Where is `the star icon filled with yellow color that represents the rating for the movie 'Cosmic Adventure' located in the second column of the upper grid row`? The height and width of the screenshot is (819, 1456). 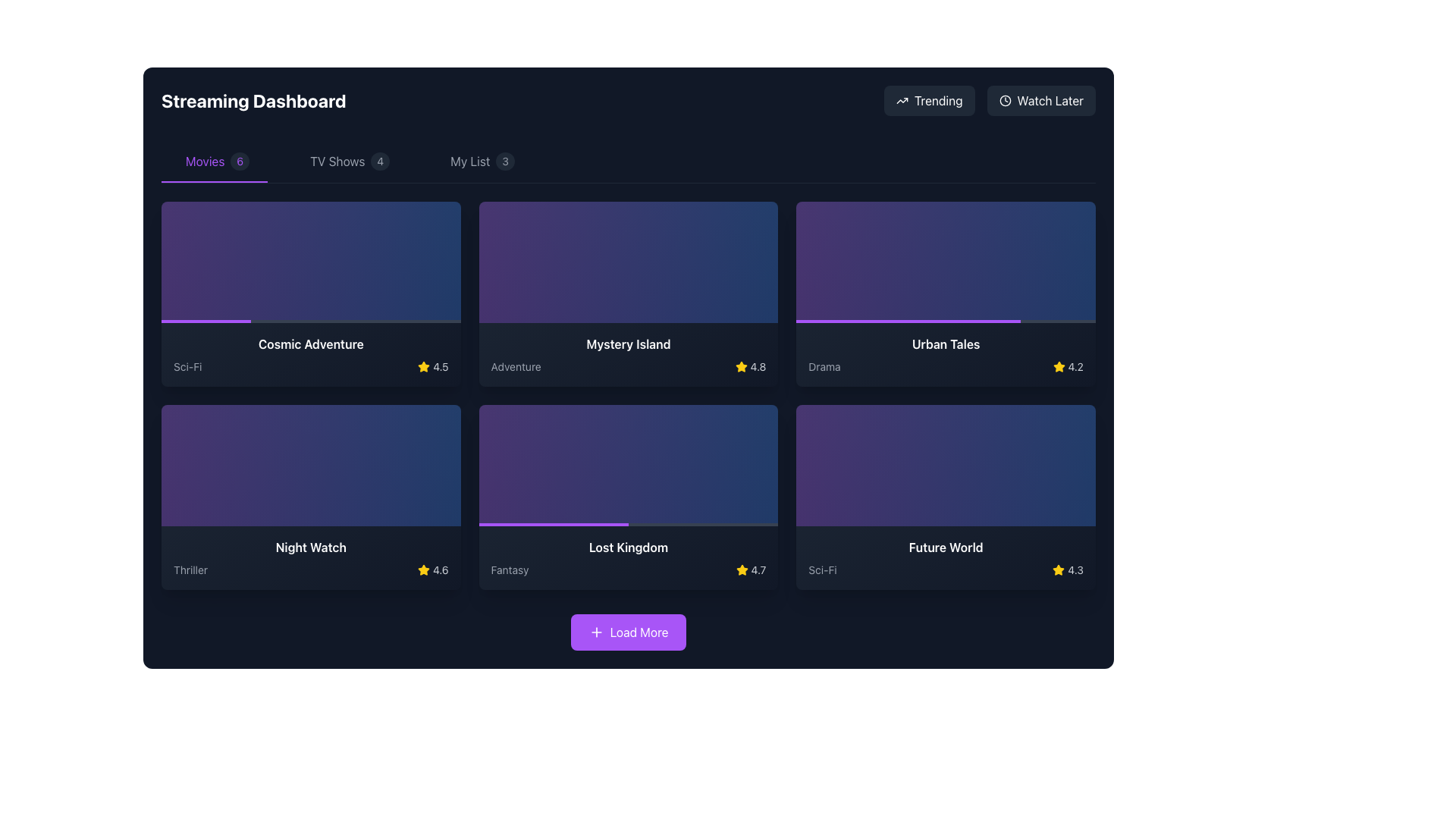 the star icon filled with yellow color that represents the rating for the movie 'Cosmic Adventure' located in the second column of the upper grid row is located at coordinates (424, 366).